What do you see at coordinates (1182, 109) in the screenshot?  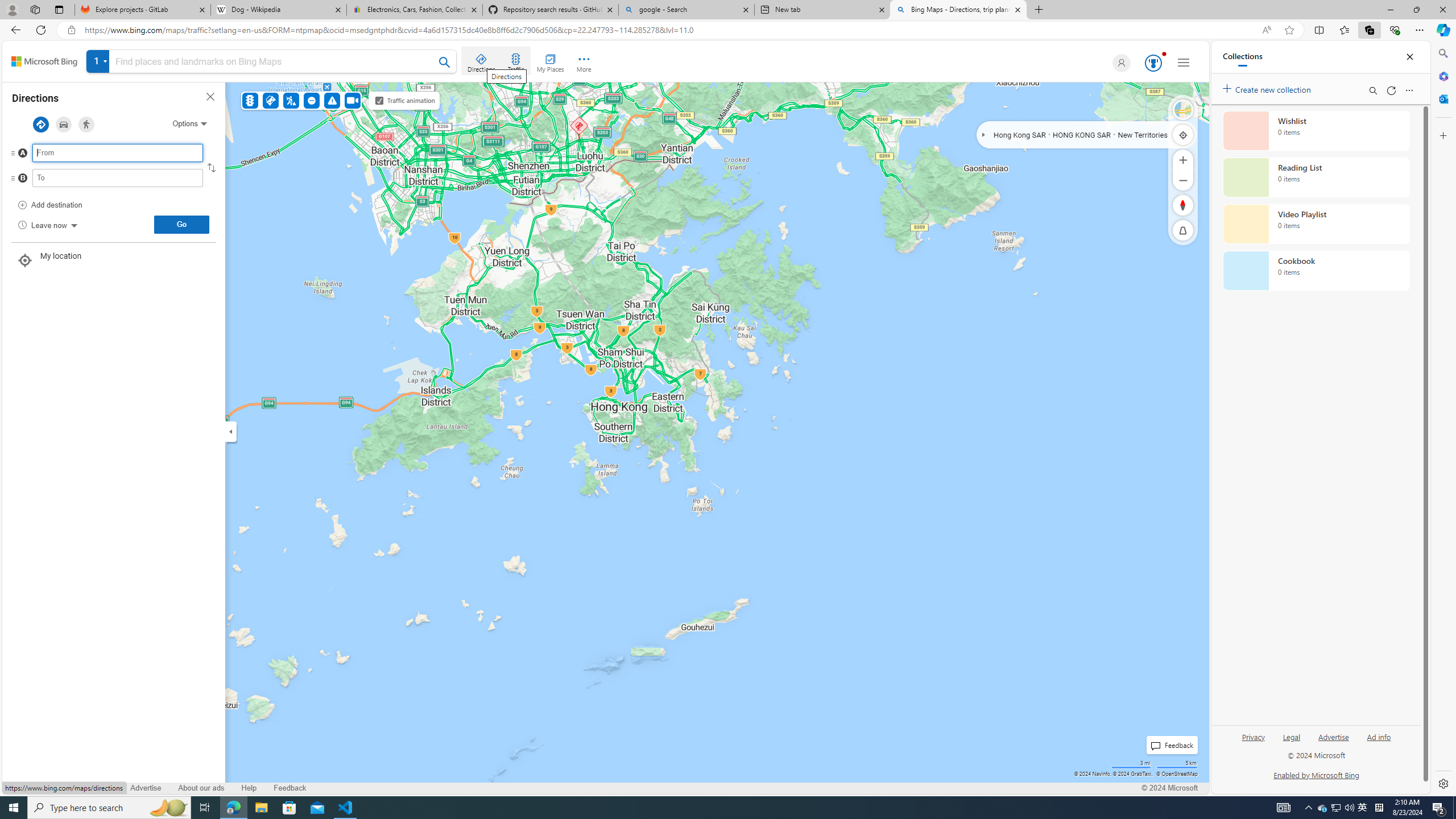 I see `'Road'` at bounding box center [1182, 109].